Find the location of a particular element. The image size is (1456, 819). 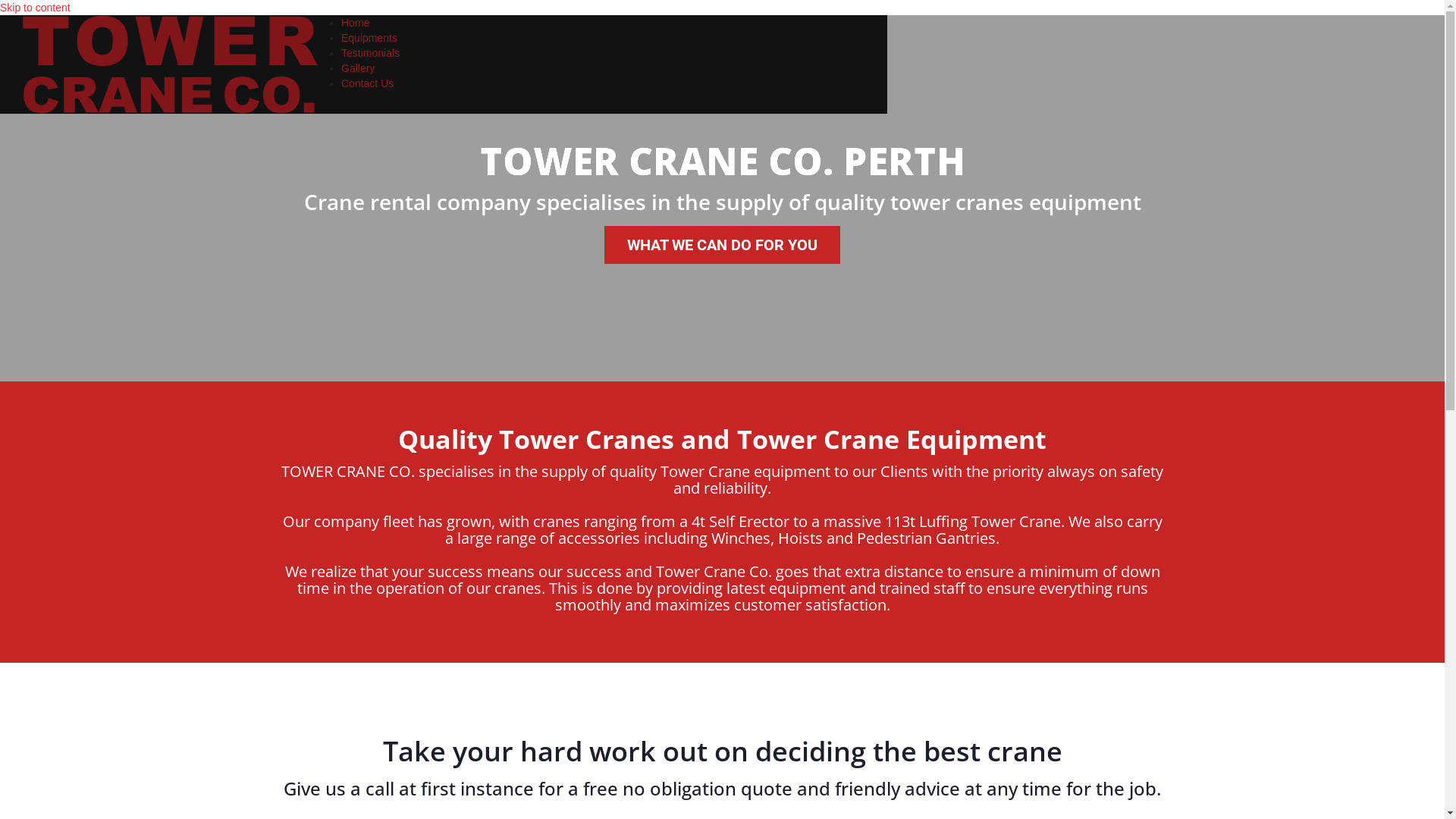

'Home' is located at coordinates (354, 23).